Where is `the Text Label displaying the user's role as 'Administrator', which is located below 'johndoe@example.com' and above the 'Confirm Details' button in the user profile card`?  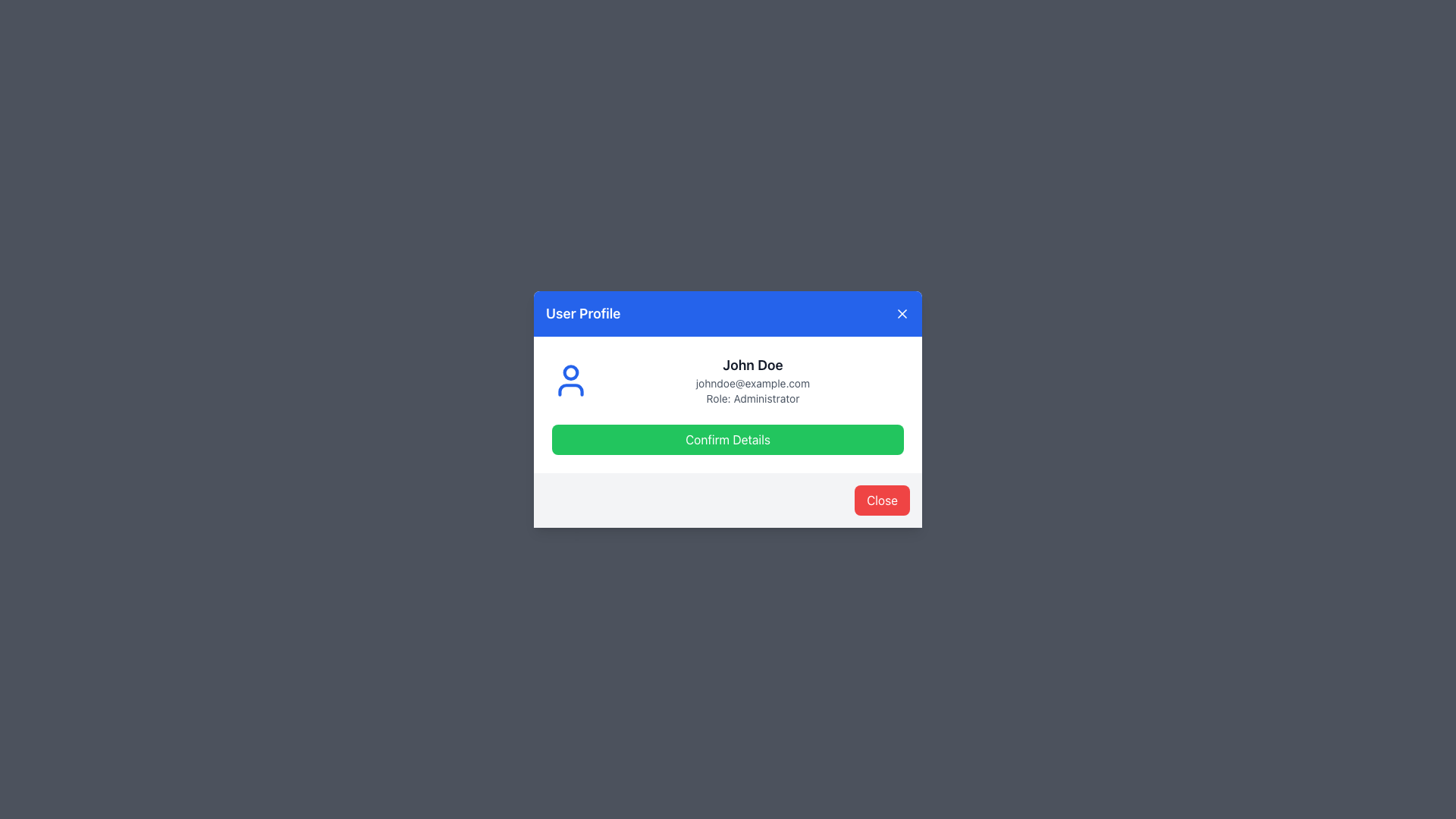
the Text Label displaying the user's role as 'Administrator', which is located below 'johndoe@example.com' and above the 'Confirm Details' button in the user profile card is located at coordinates (753, 397).